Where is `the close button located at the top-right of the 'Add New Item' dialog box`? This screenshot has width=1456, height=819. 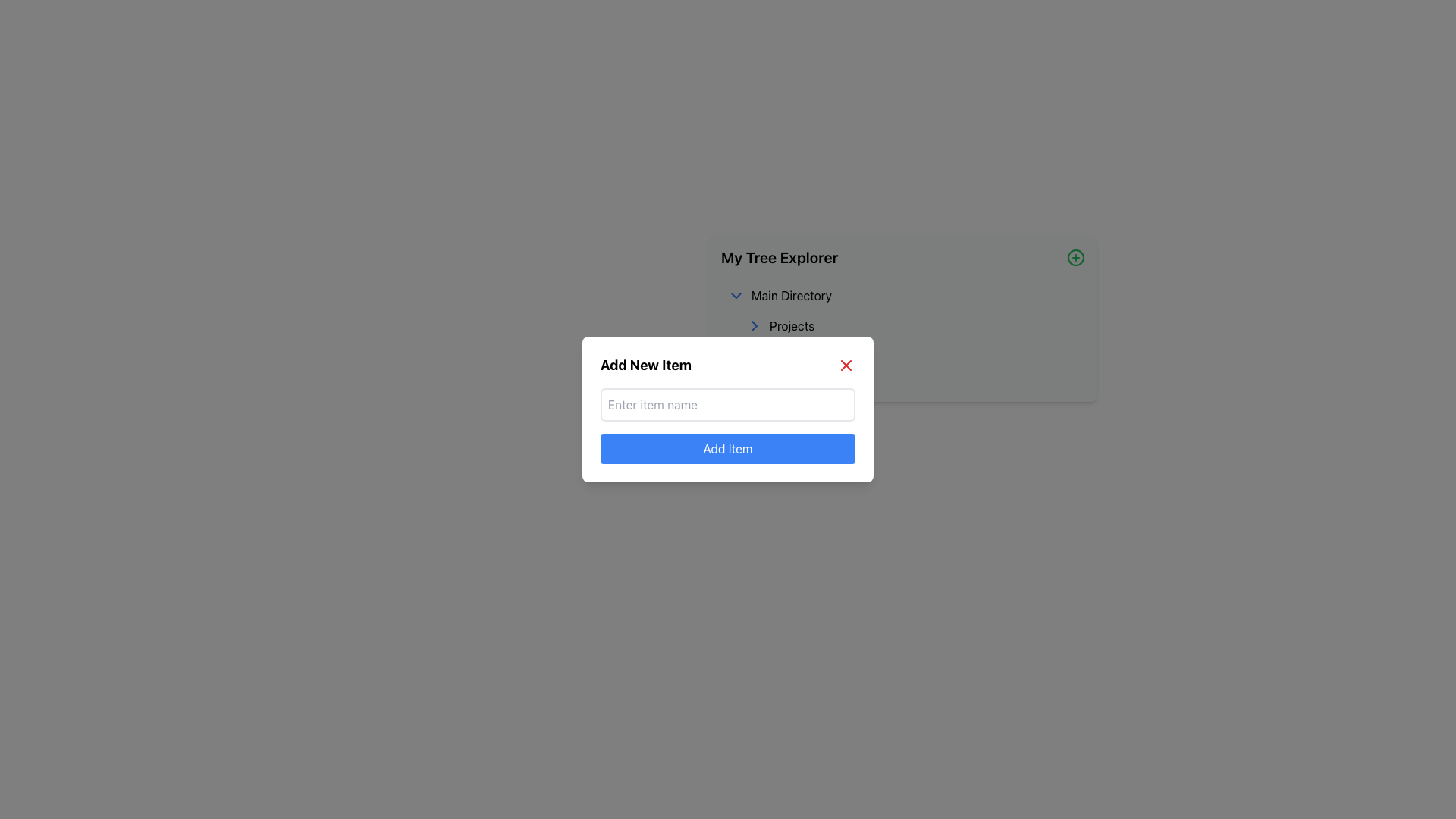
the close button located at the top-right of the 'Add New Item' dialog box is located at coordinates (846, 366).